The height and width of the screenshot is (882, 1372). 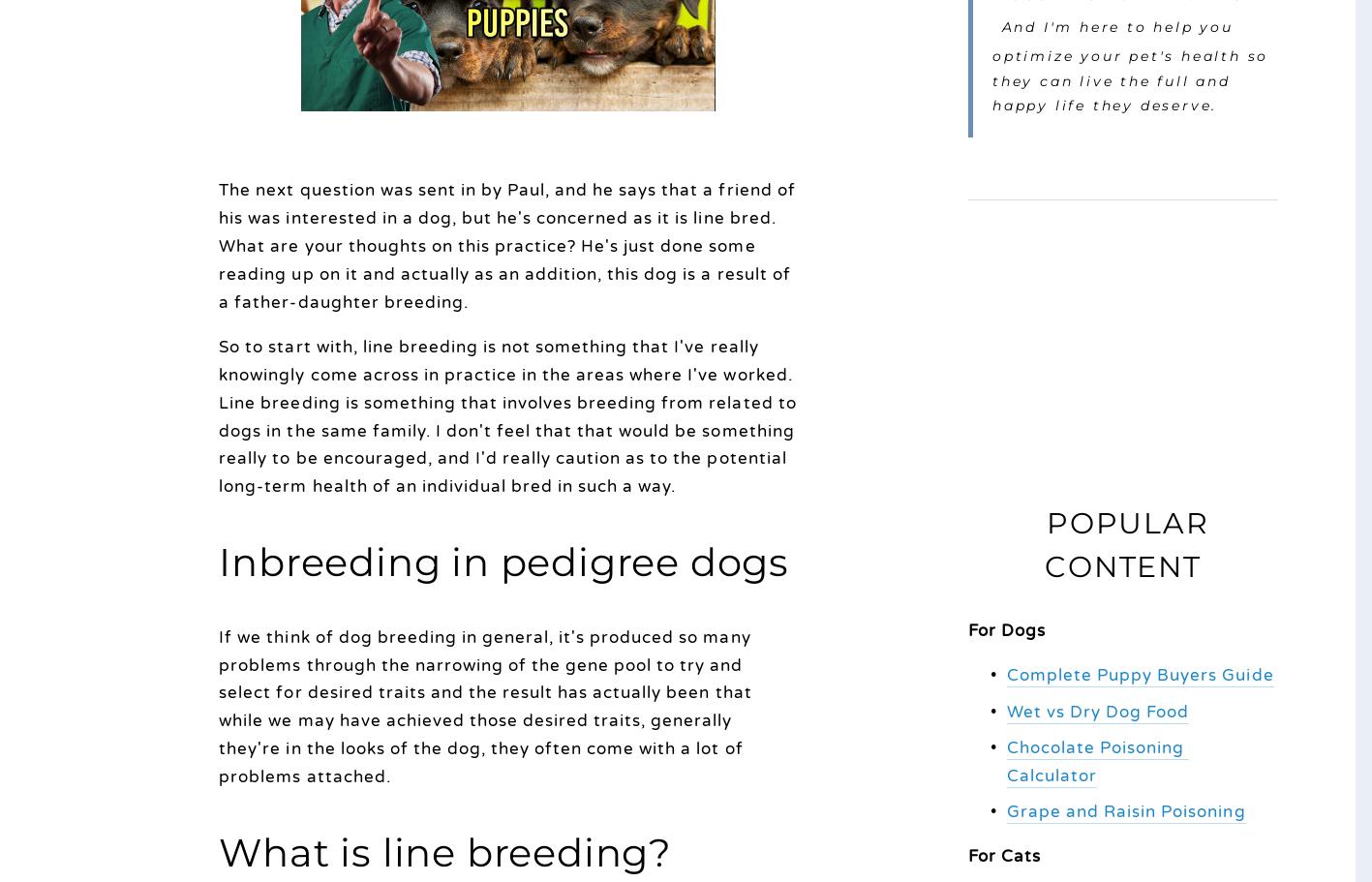 What do you see at coordinates (1097, 711) in the screenshot?
I see `'Wet vs Dry Dog Food'` at bounding box center [1097, 711].